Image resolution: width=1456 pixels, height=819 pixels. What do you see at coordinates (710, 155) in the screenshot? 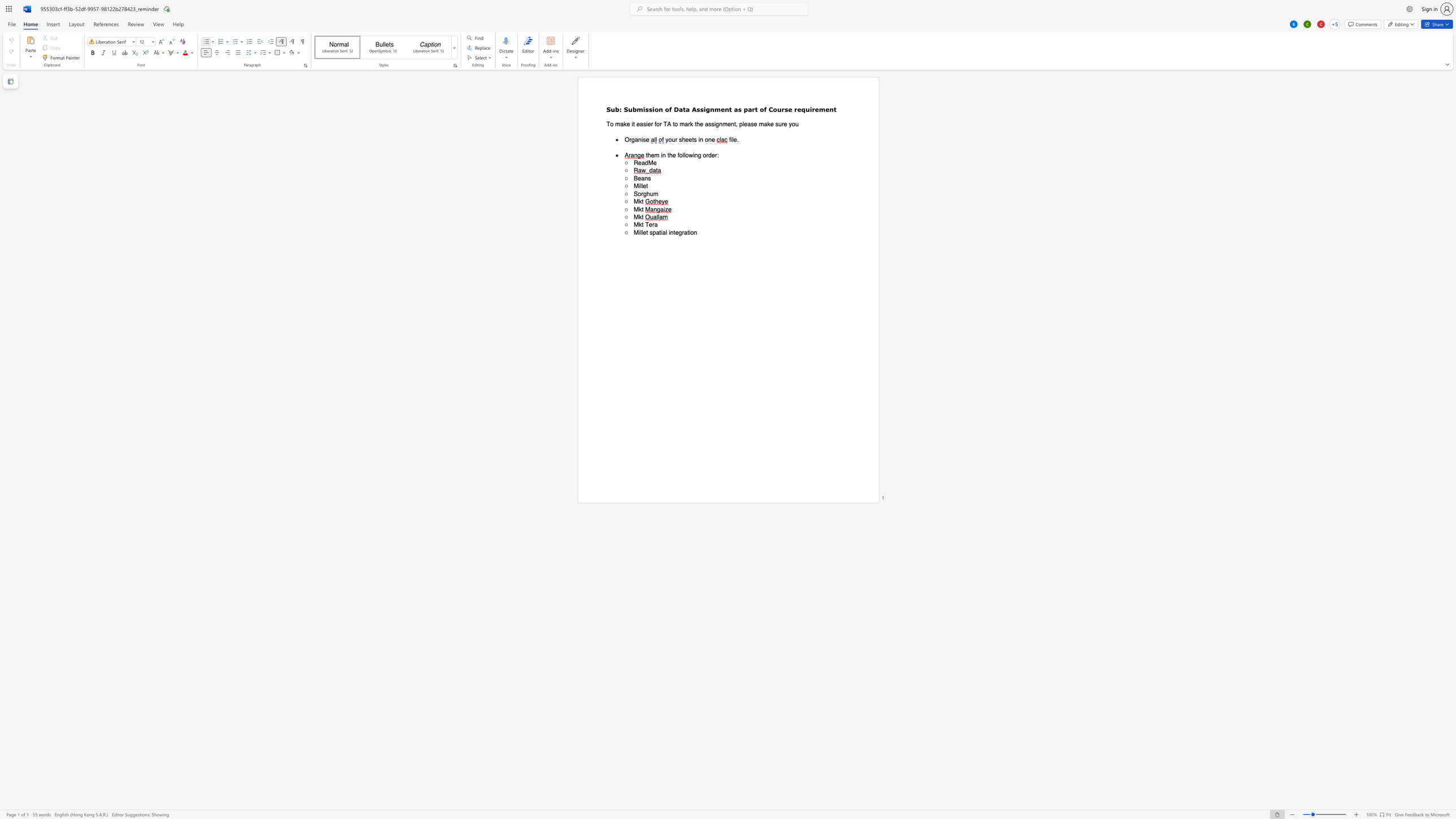
I see `the space between the continuous character "d" and "e" in the text` at bounding box center [710, 155].